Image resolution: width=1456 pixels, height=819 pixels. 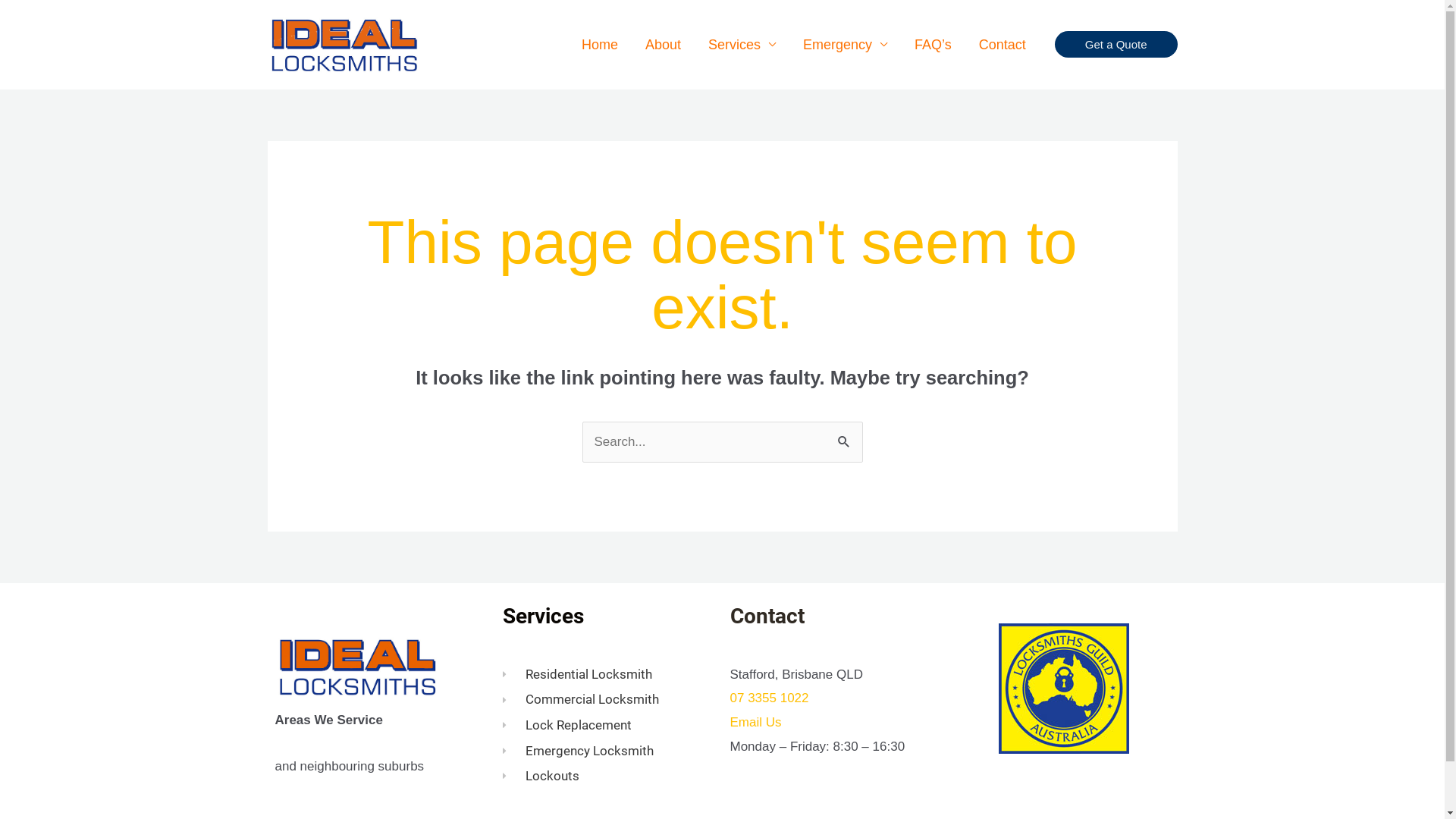 What do you see at coordinates (827, 438) in the screenshot?
I see `'Search'` at bounding box center [827, 438].